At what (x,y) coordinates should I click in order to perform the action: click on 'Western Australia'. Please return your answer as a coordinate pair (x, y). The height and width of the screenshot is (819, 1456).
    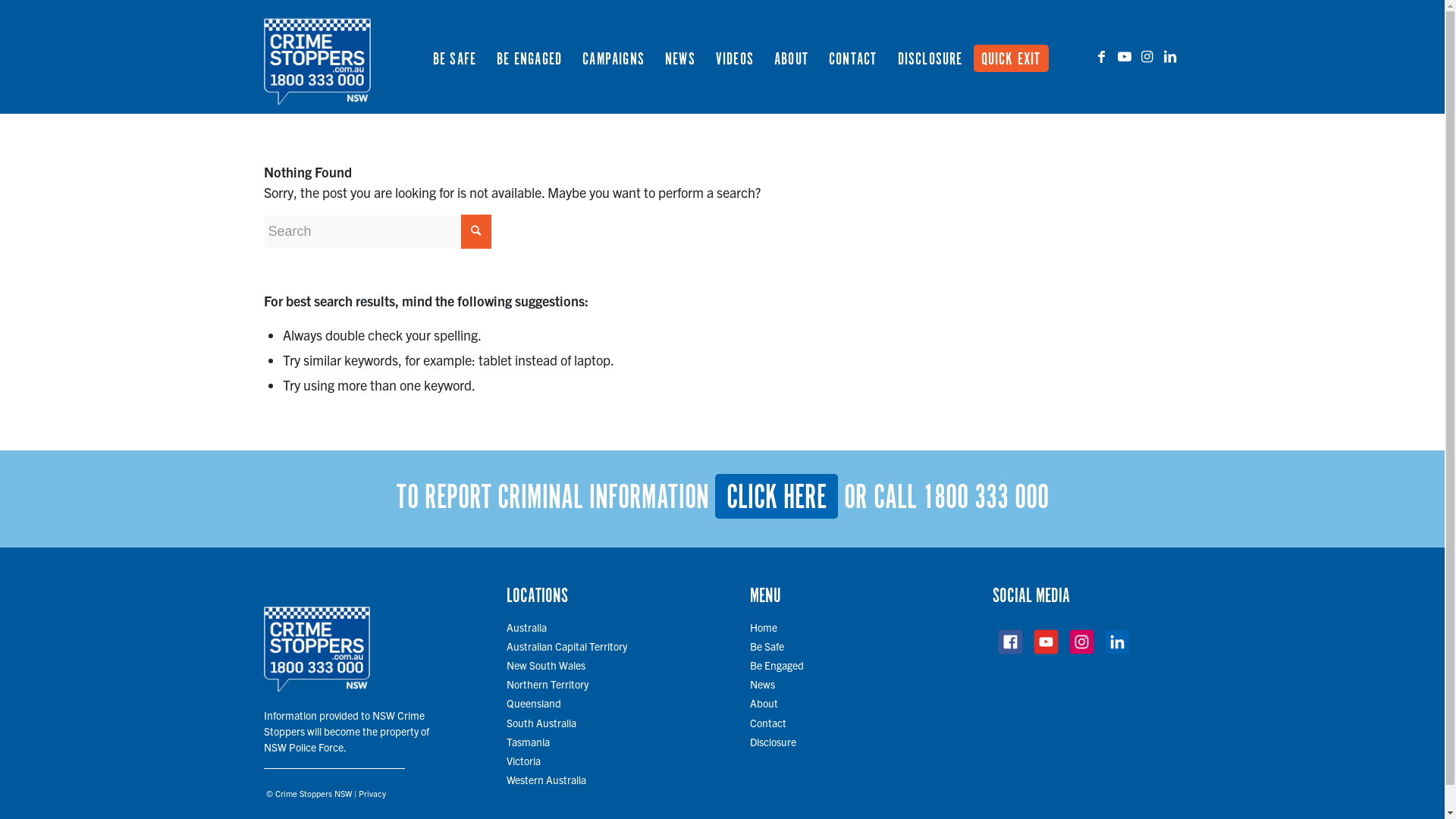
    Looking at the image, I should click on (546, 780).